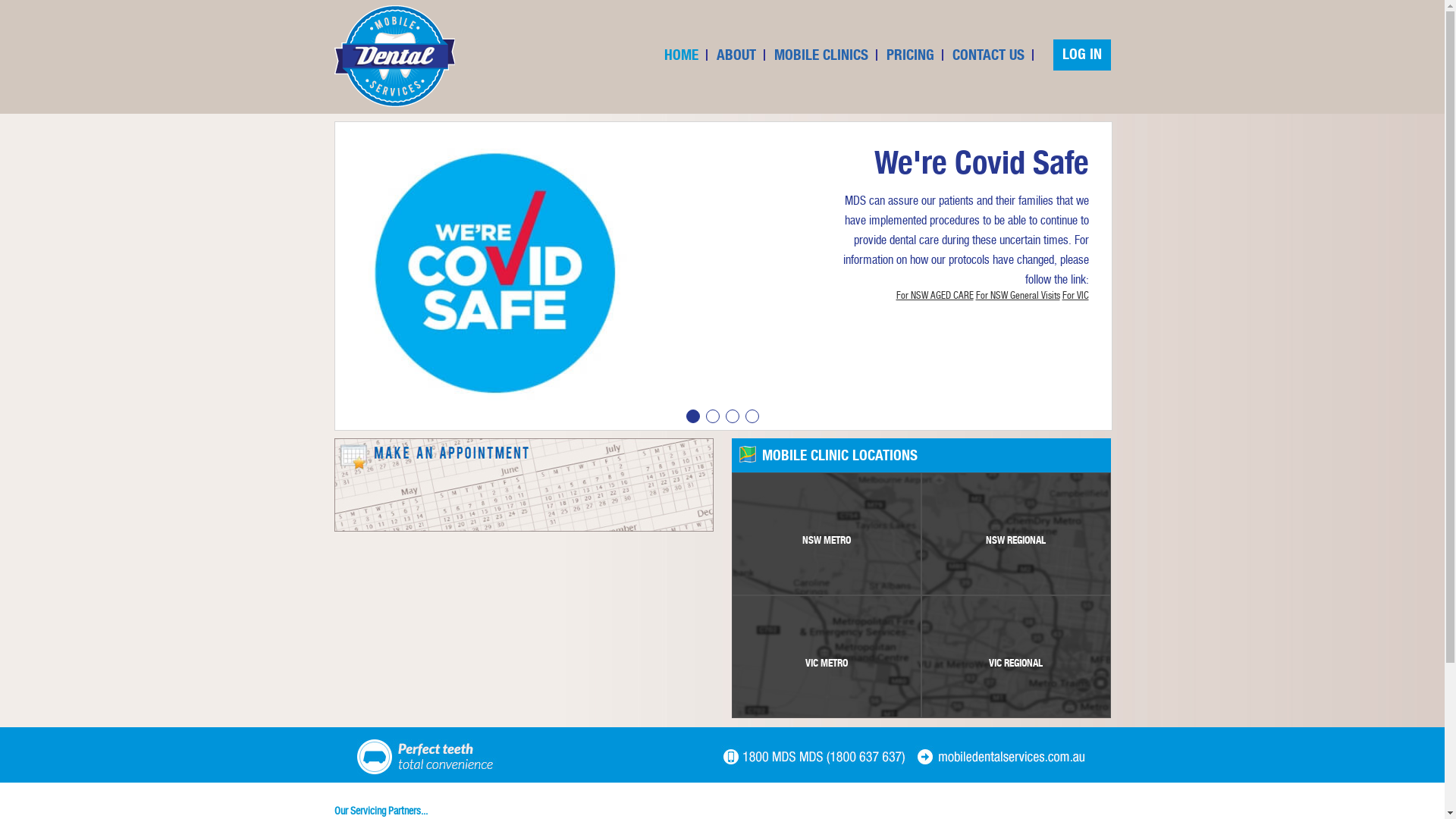  What do you see at coordinates (736, 54) in the screenshot?
I see `'ABOUT'` at bounding box center [736, 54].